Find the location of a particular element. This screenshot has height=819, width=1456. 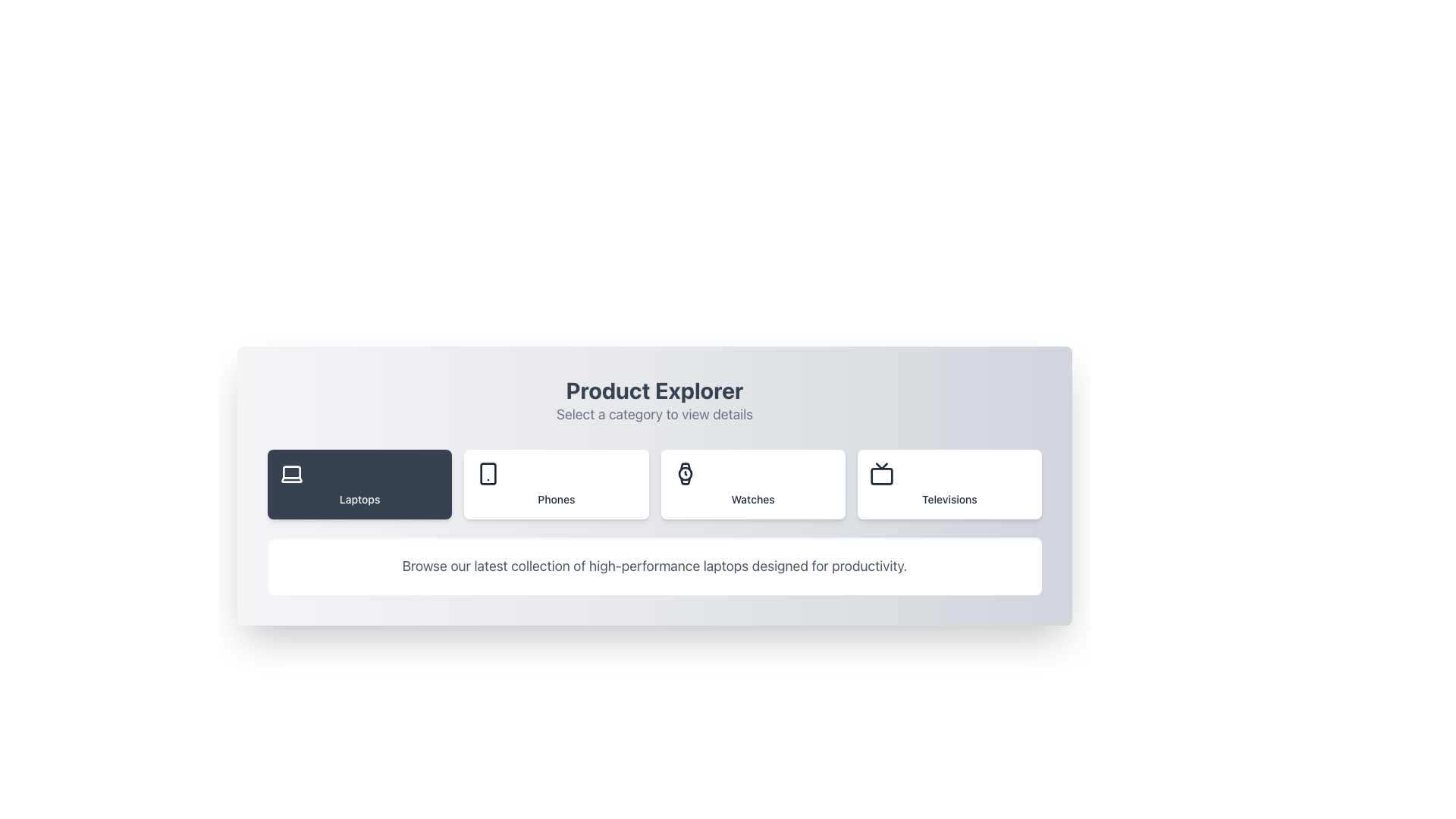

the TV icon within the 'Televisions' card is located at coordinates (881, 472).